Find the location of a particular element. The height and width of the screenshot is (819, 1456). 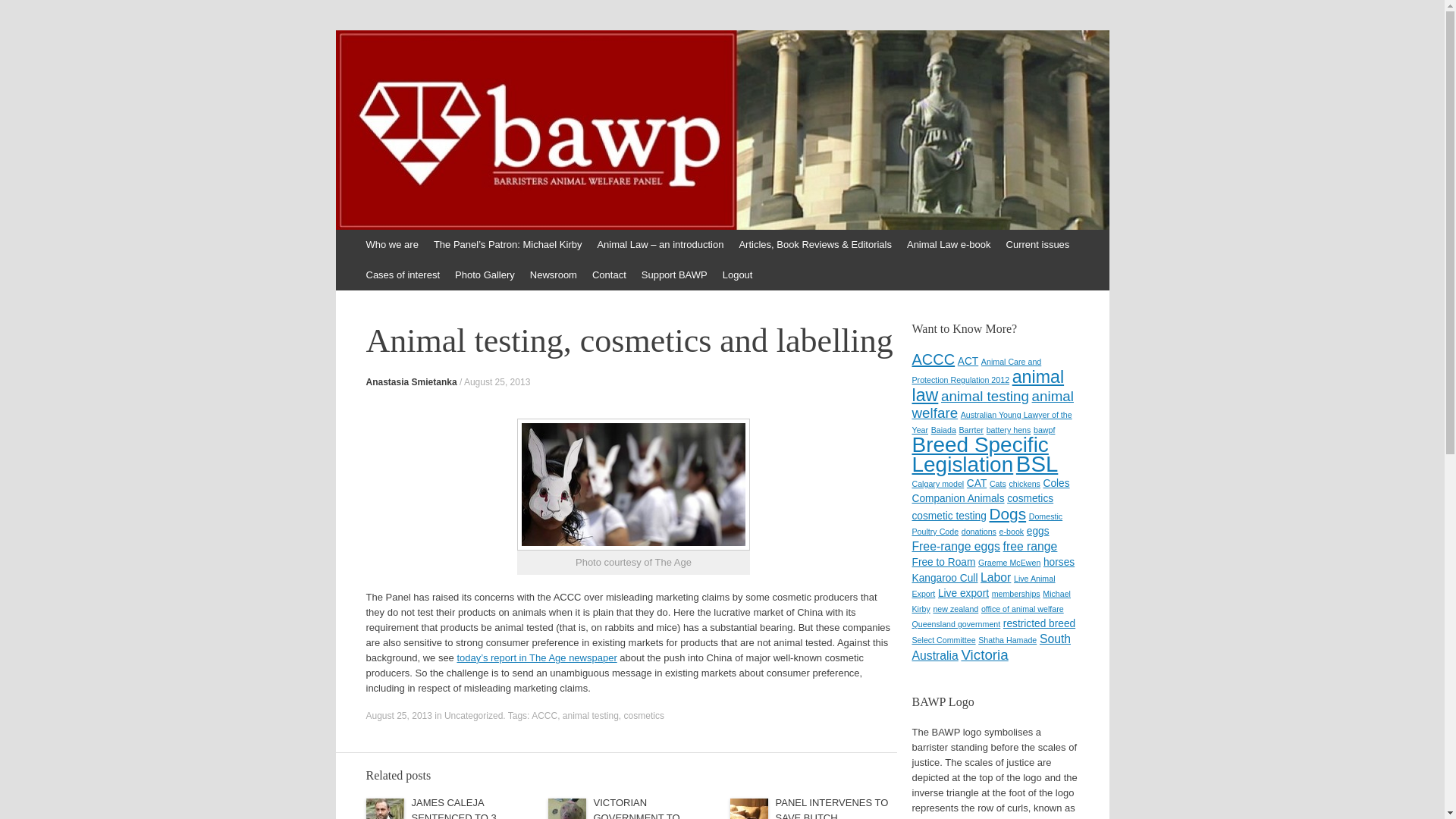

'ACT' is located at coordinates (967, 361).